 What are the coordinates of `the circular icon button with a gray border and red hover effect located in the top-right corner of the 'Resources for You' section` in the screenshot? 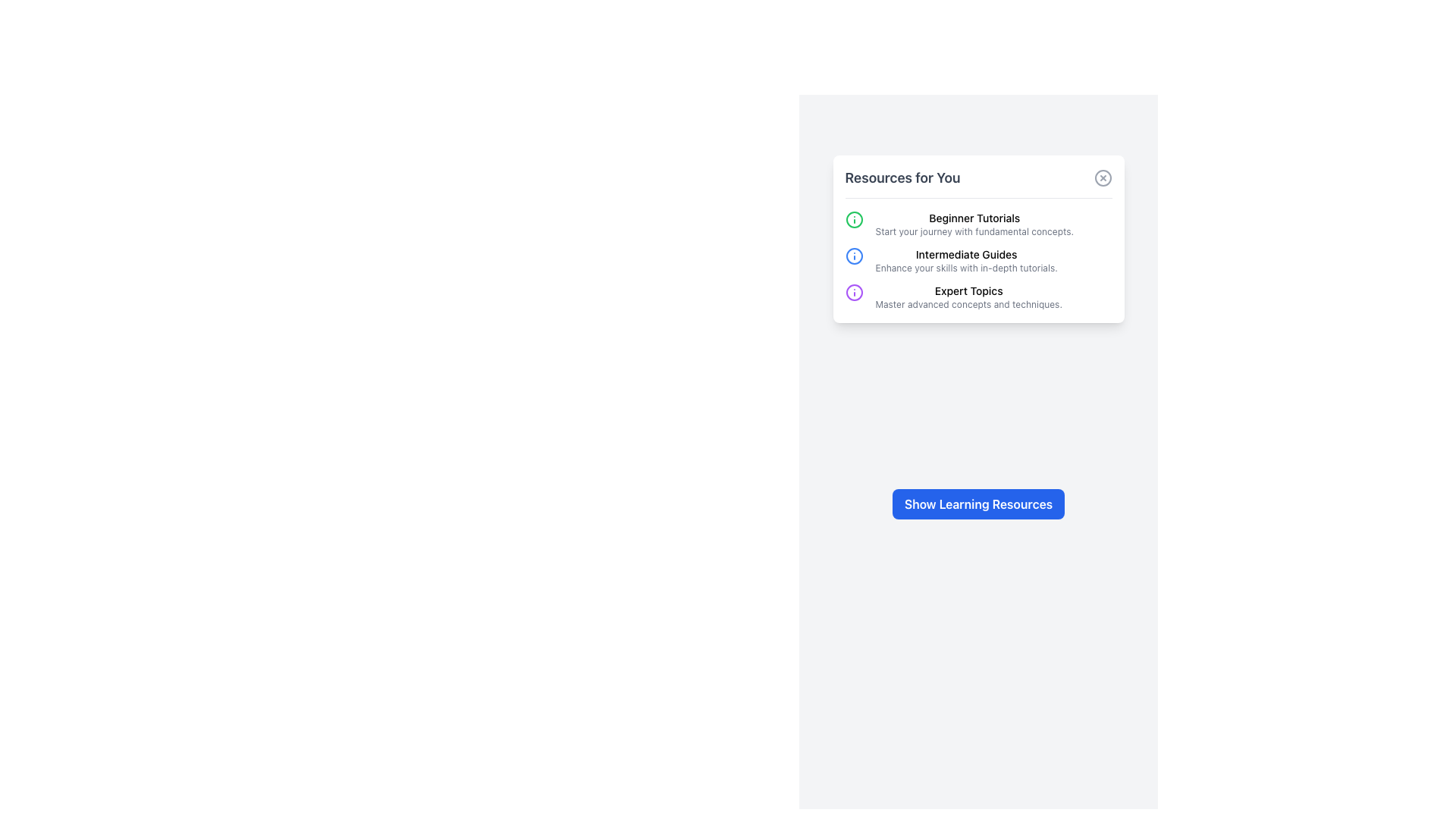 It's located at (1103, 177).